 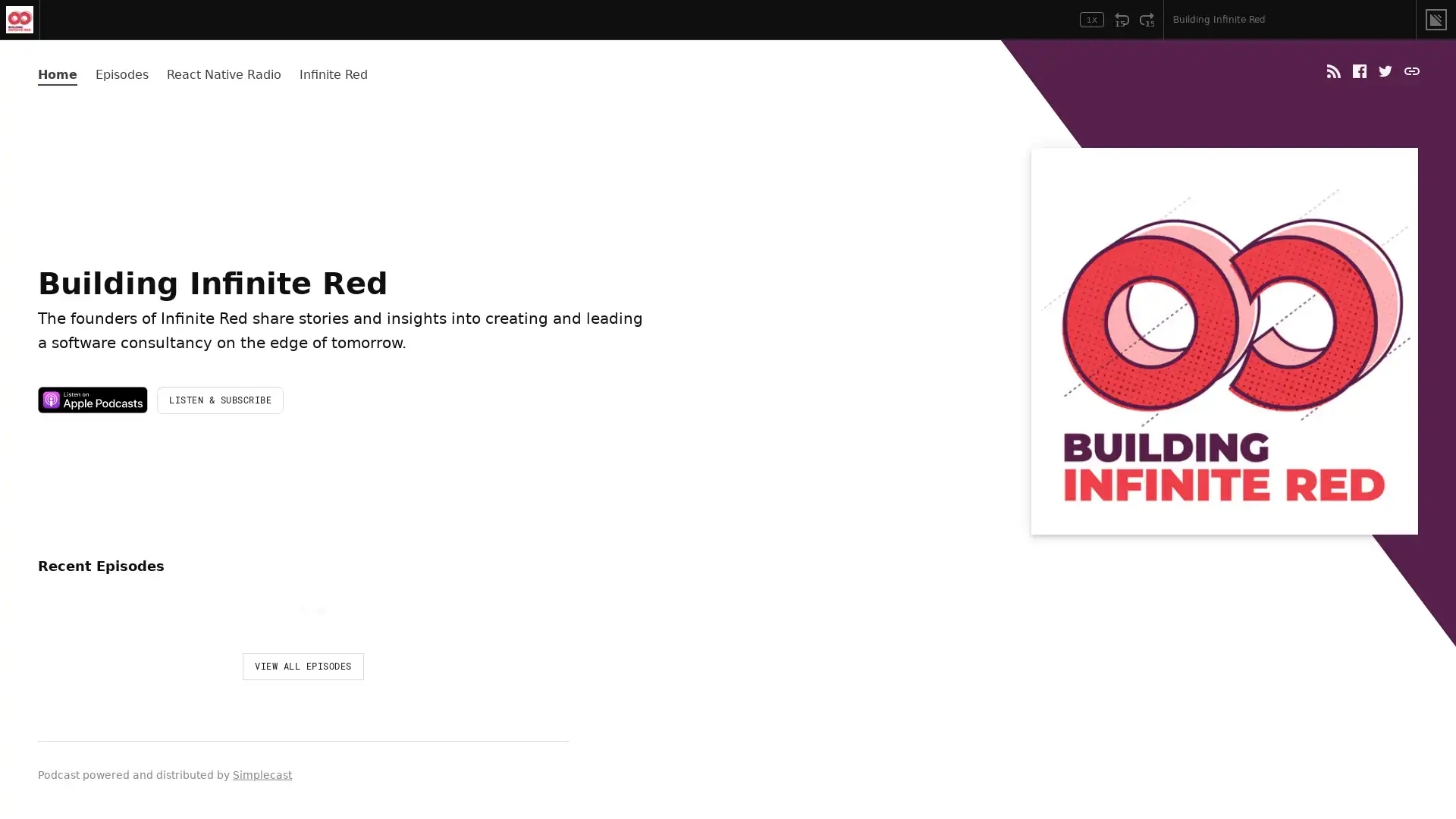 What do you see at coordinates (55, 773) in the screenshot?
I see `Play` at bounding box center [55, 773].